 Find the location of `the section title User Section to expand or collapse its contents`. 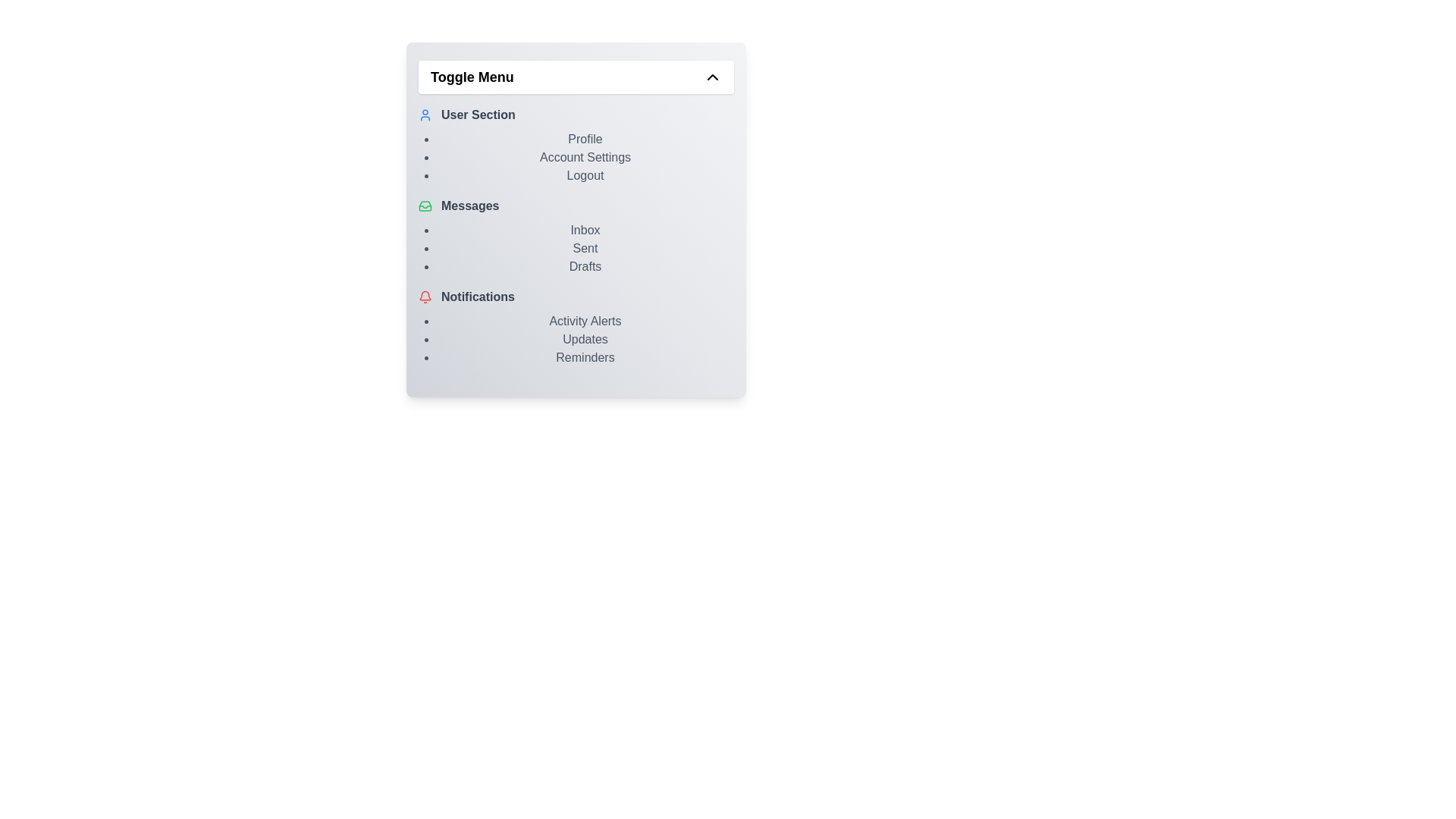

the section title User Section to expand or collapse its contents is located at coordinates (575, 114).